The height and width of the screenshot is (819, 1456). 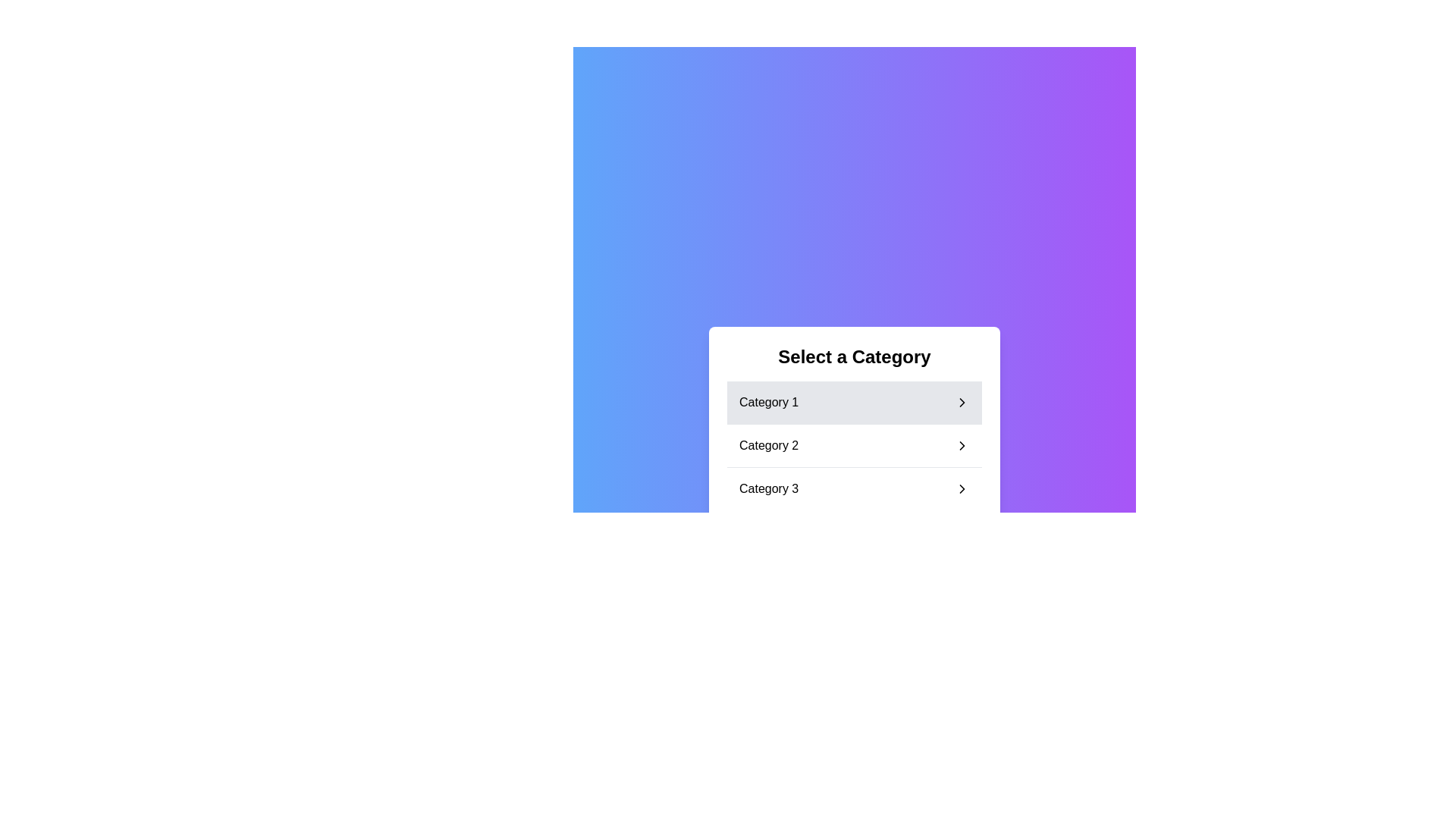 What do you see at coordinates (961, 402) in the screenshot?
I see `the Chevron icon next to 'Category 1' in the first row of the vertically arranged list` at bounding box center [961, 402].